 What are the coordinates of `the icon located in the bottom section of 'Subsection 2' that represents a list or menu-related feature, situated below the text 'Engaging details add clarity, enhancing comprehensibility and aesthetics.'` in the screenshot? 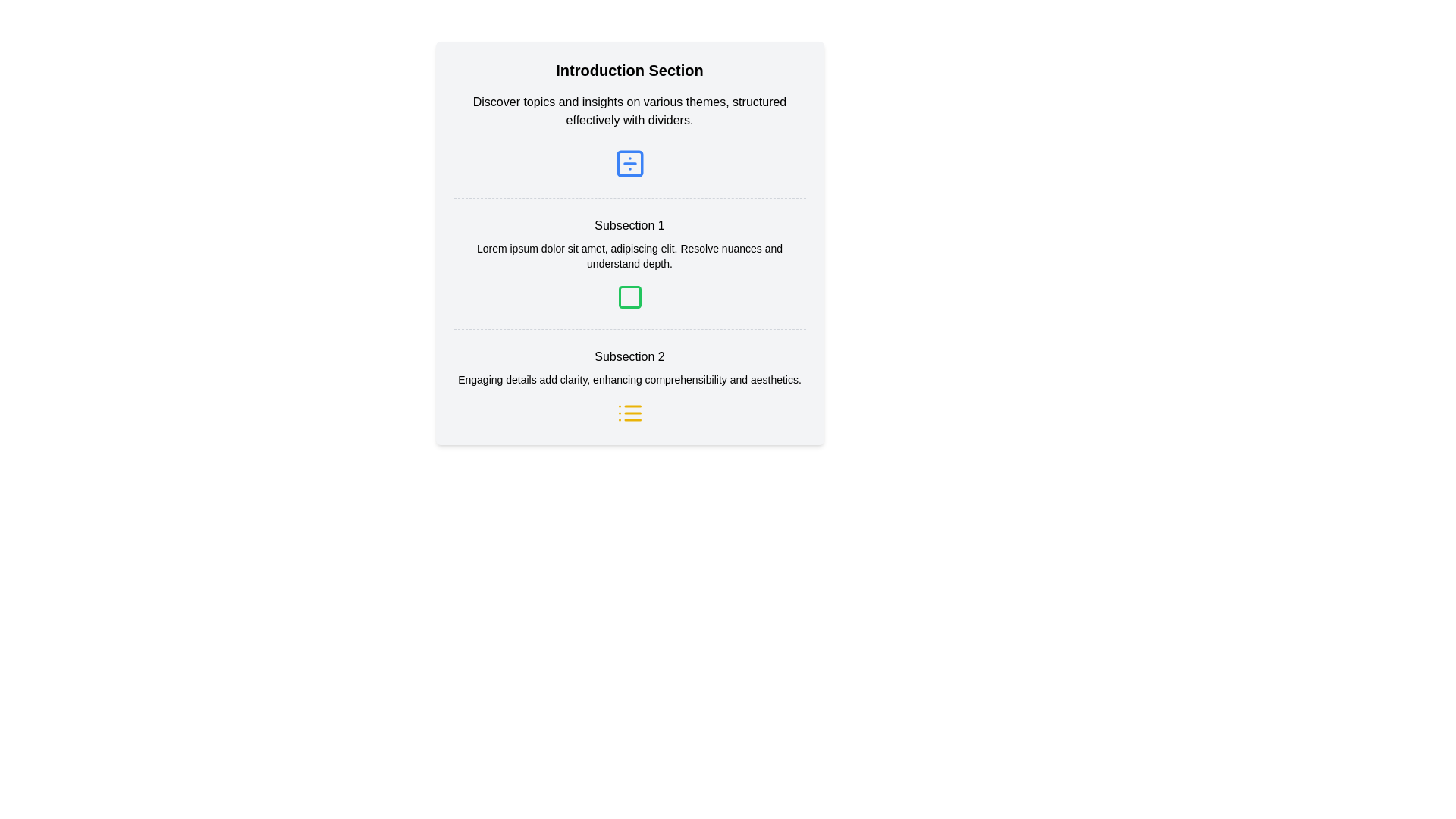 It's located at (629, 413).